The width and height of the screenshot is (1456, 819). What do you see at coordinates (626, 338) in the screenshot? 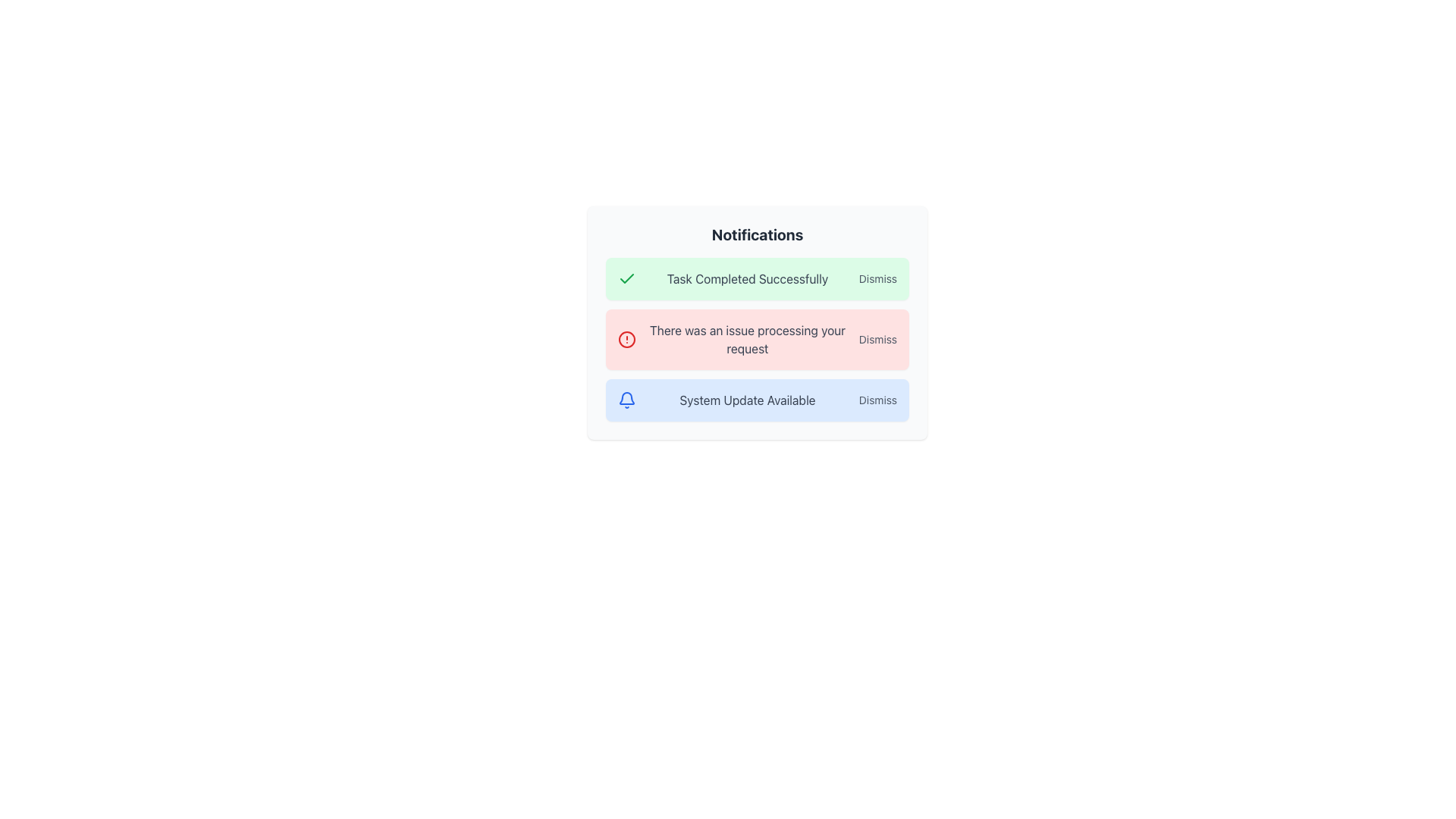
I see `the circular part of the red alert icon located to the left of the text 'There was an issue processing your request' in the notifications panel` at bounding box center [626, 338].